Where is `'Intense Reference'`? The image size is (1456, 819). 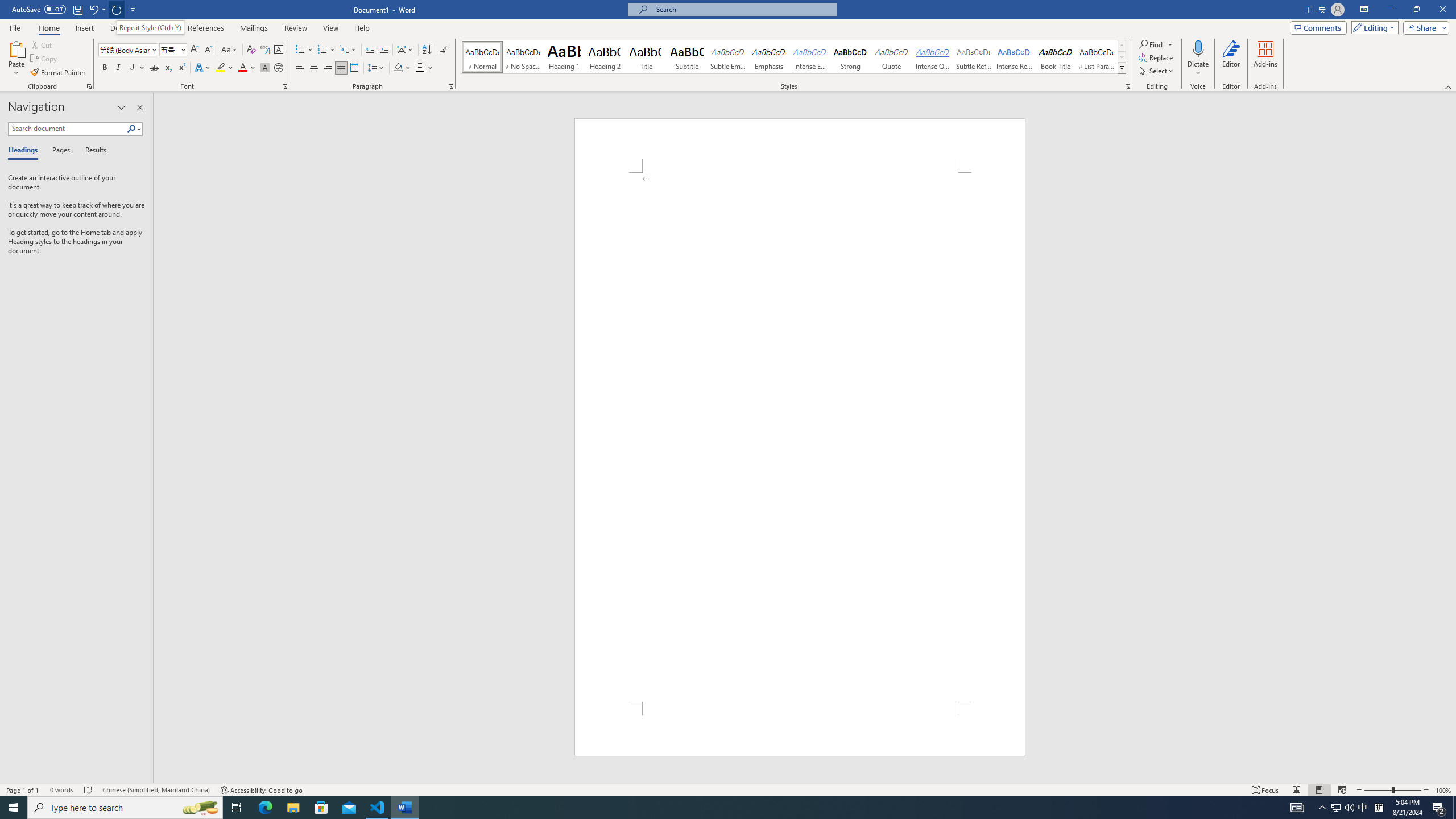
'Intense Reference' is located at coordinates (1015, 56).